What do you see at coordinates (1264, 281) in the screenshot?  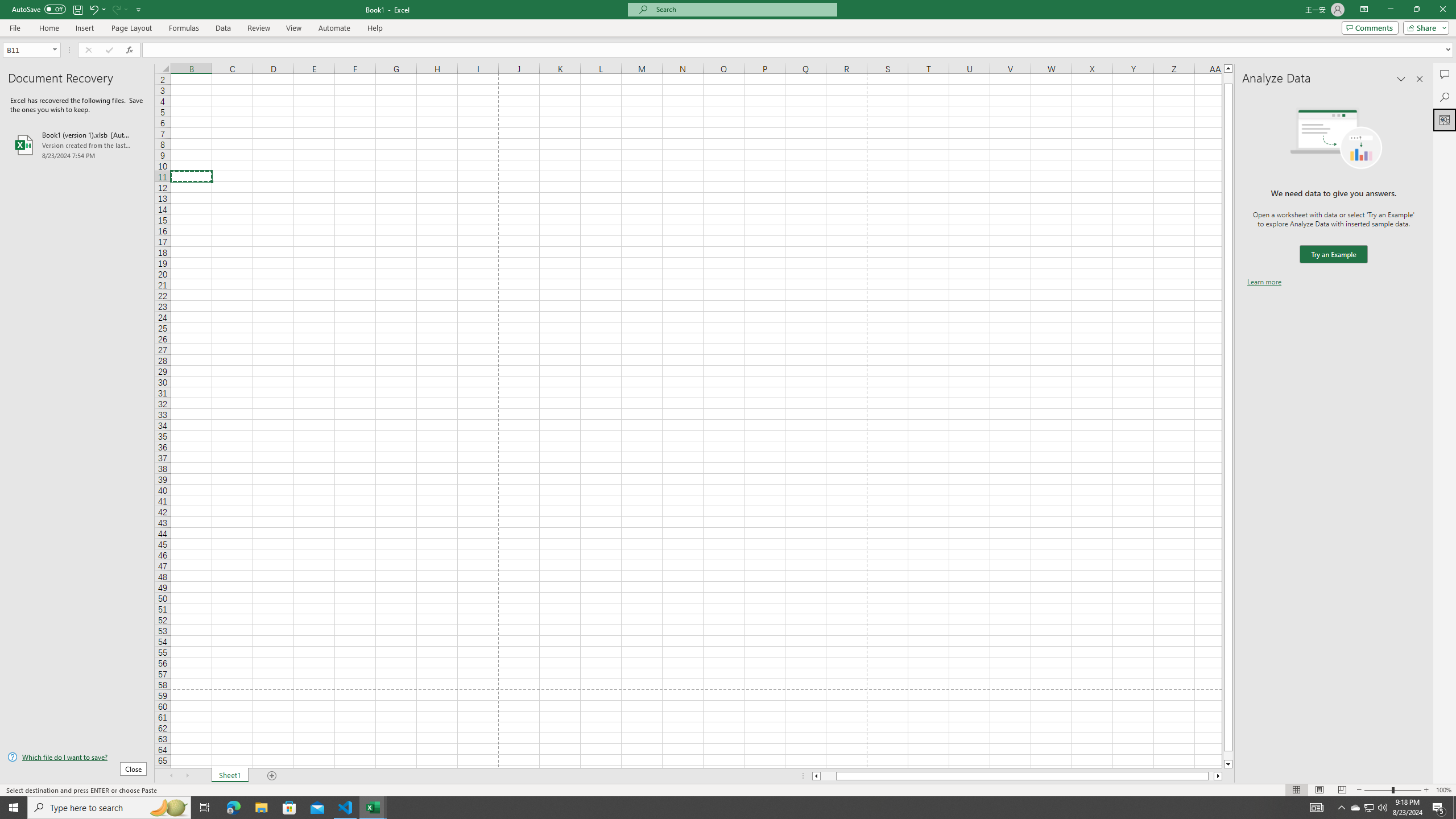 I see `'Learn more'` at bounding box center [1264, 281].